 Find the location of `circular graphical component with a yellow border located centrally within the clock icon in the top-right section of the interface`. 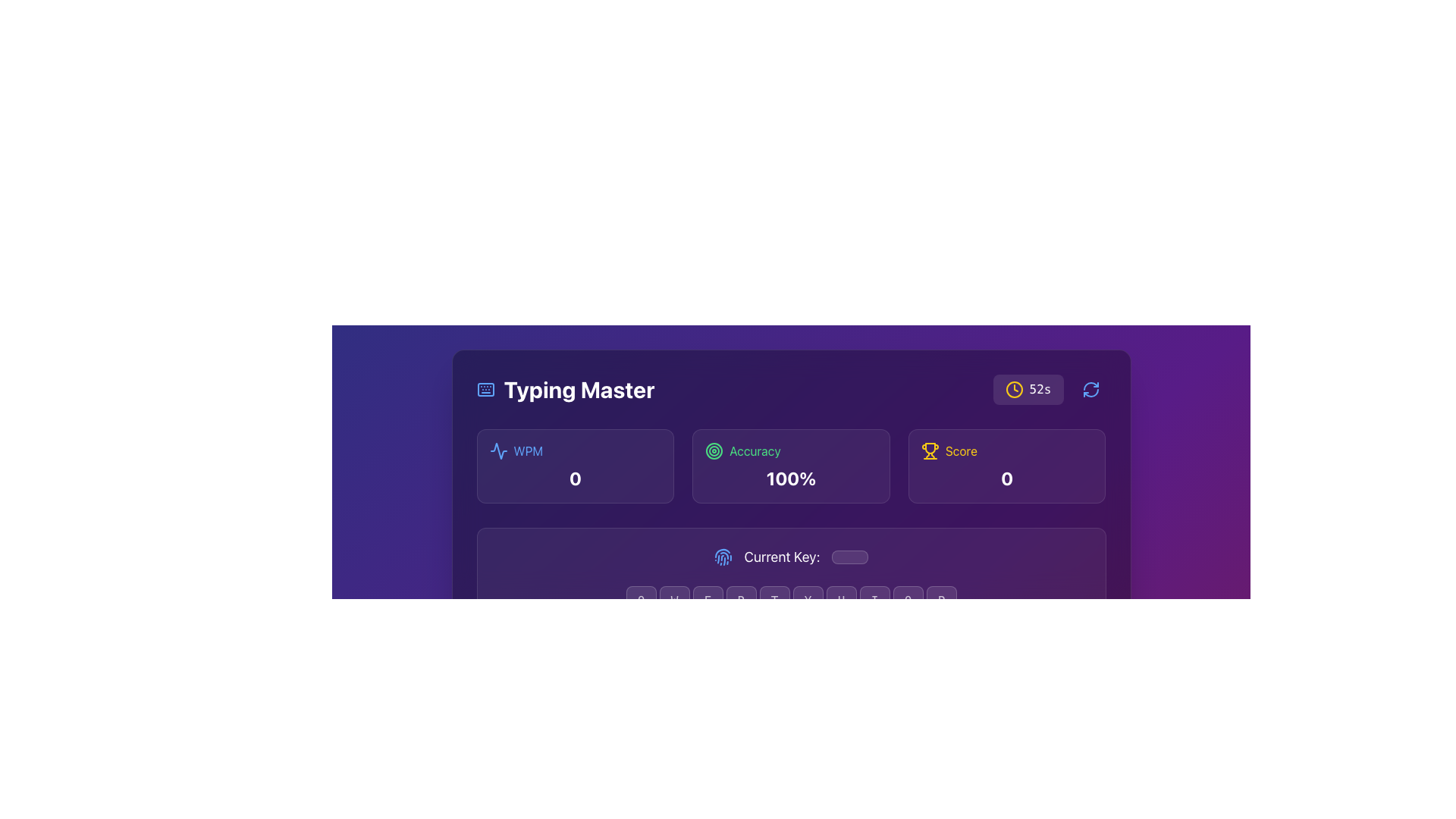

circular graphical component with a yellow border located centrally within the clock icon in the top-right section of the interface is located at coordinates (1014, 388).